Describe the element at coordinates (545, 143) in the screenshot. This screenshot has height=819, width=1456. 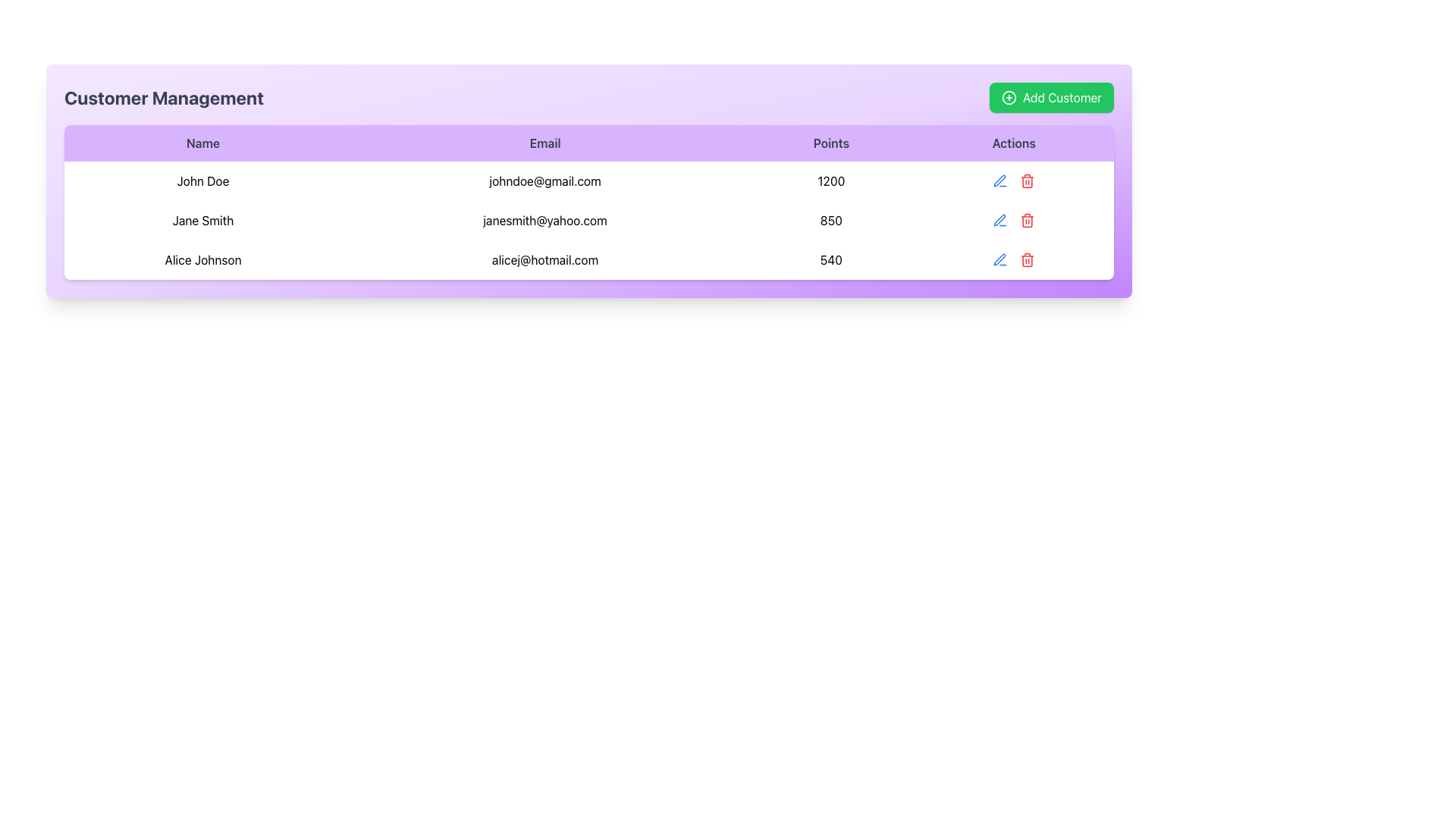
I see `the 'Email' label, which displays the word 'Email' in a bold font on a light purple background and is located between the 'Name' and 'Points' elements` at that location.